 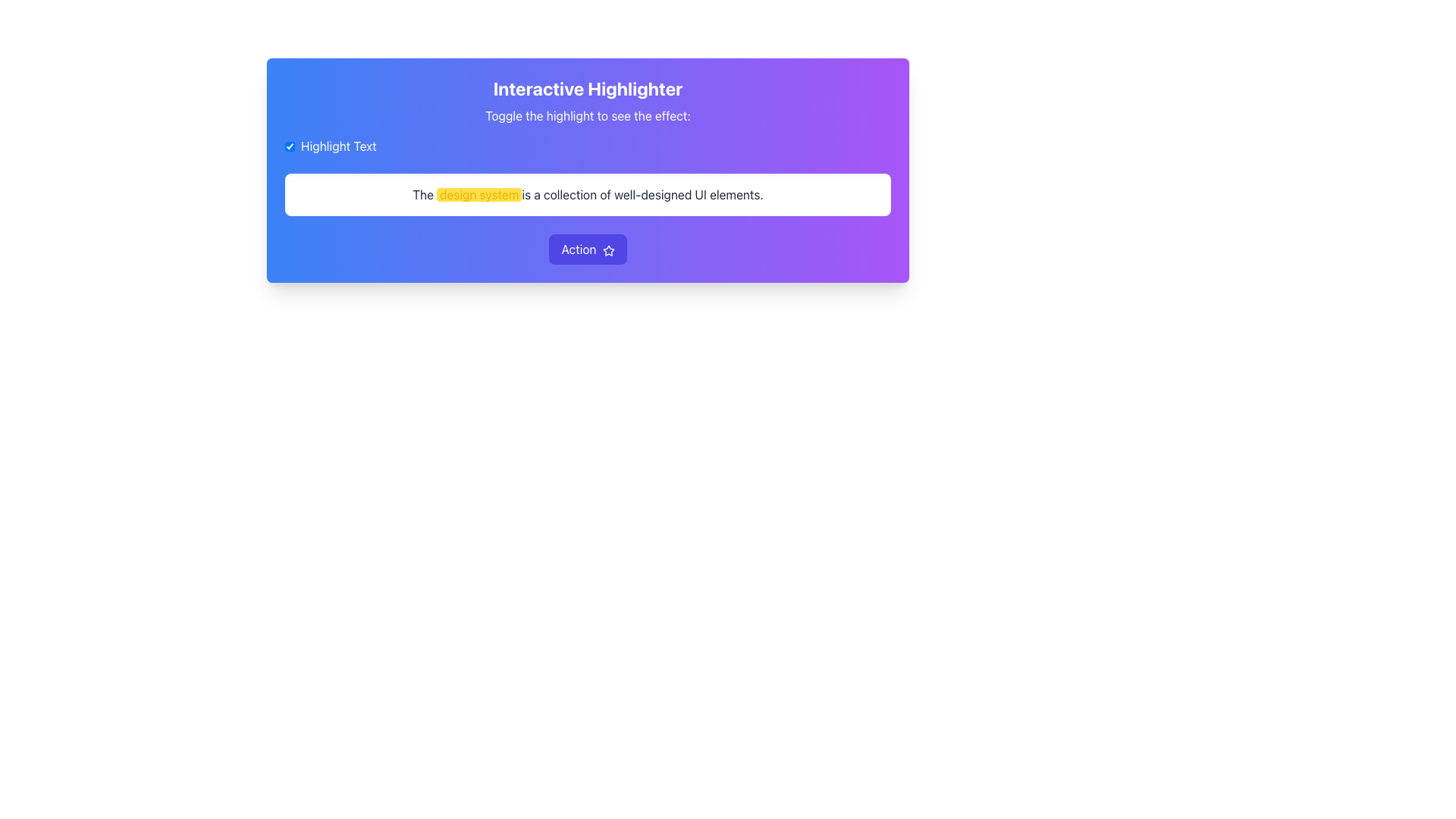 I want to click on the highlighted text displaying 'design system', which has a yellow foreground on a lighter yellow background, so click(x=479, y=194).